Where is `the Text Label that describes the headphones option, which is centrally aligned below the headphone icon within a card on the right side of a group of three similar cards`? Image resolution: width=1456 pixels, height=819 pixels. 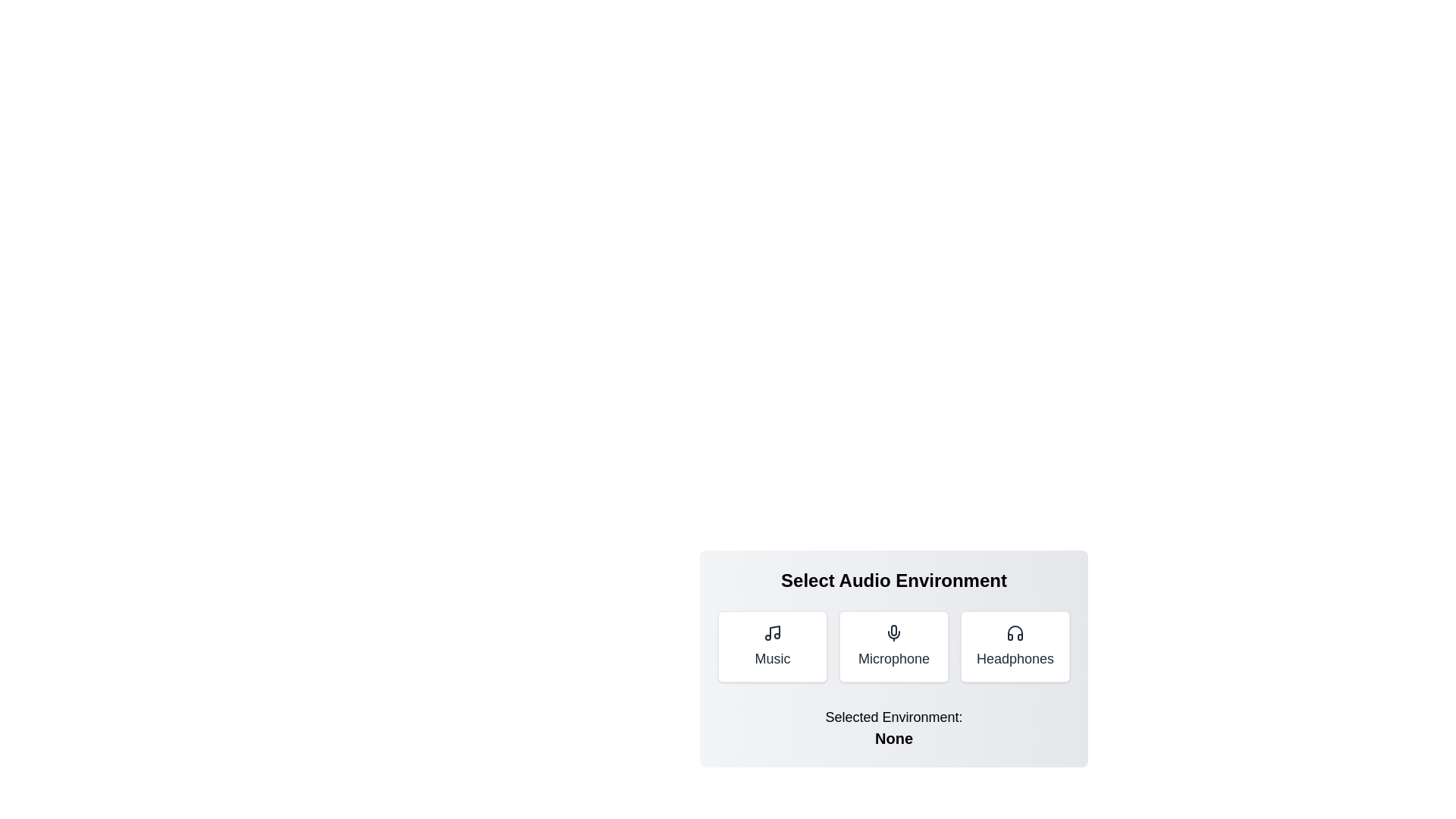
the Text Label that describes the headphones option, which is centrally aligned below the headphone icon within a card on the right side of a group of three similar cards is located at coordinates (1015, 657).